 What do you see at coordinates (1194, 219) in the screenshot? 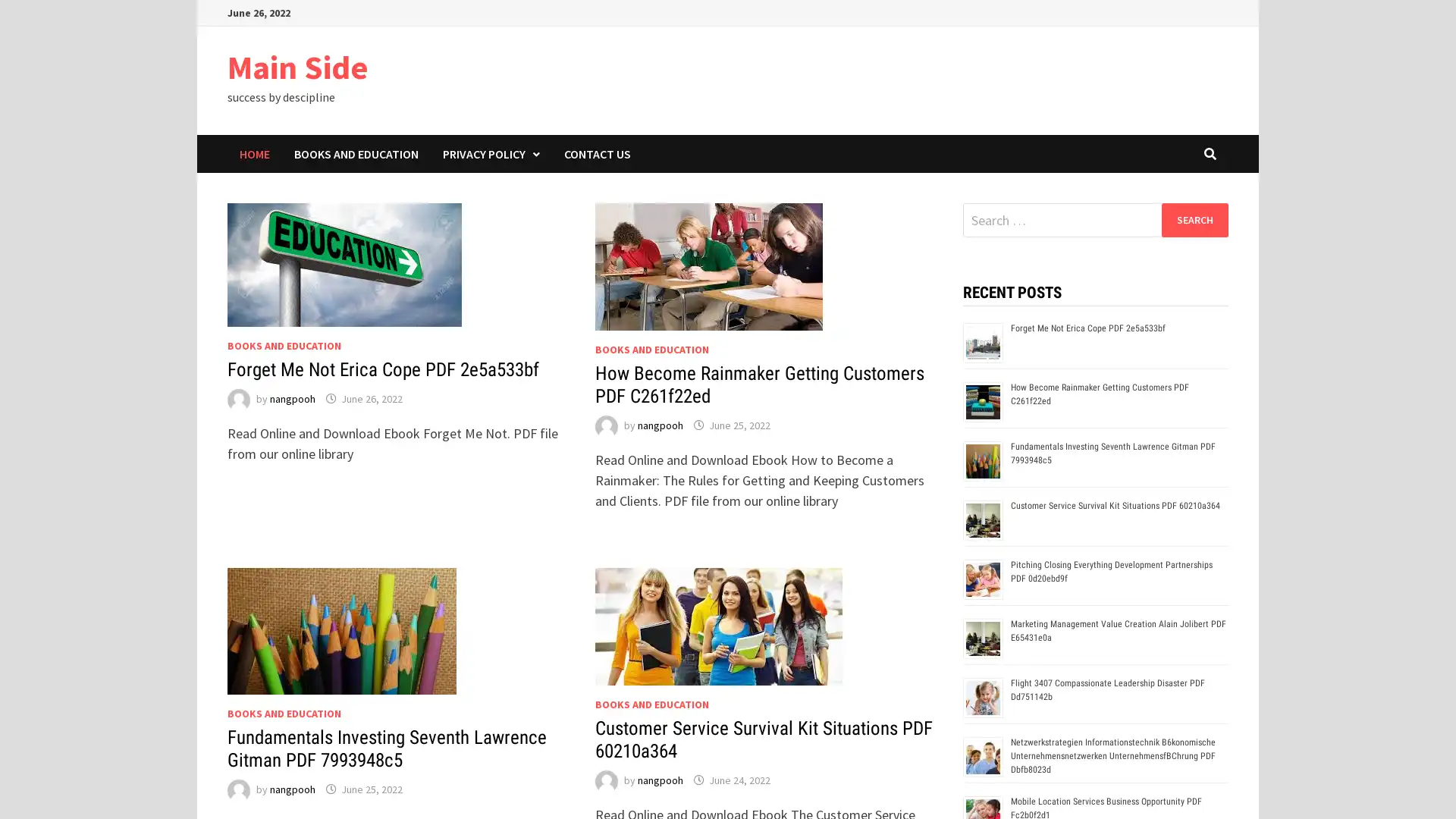
I see `Search` at bounding box center [1194, 219].